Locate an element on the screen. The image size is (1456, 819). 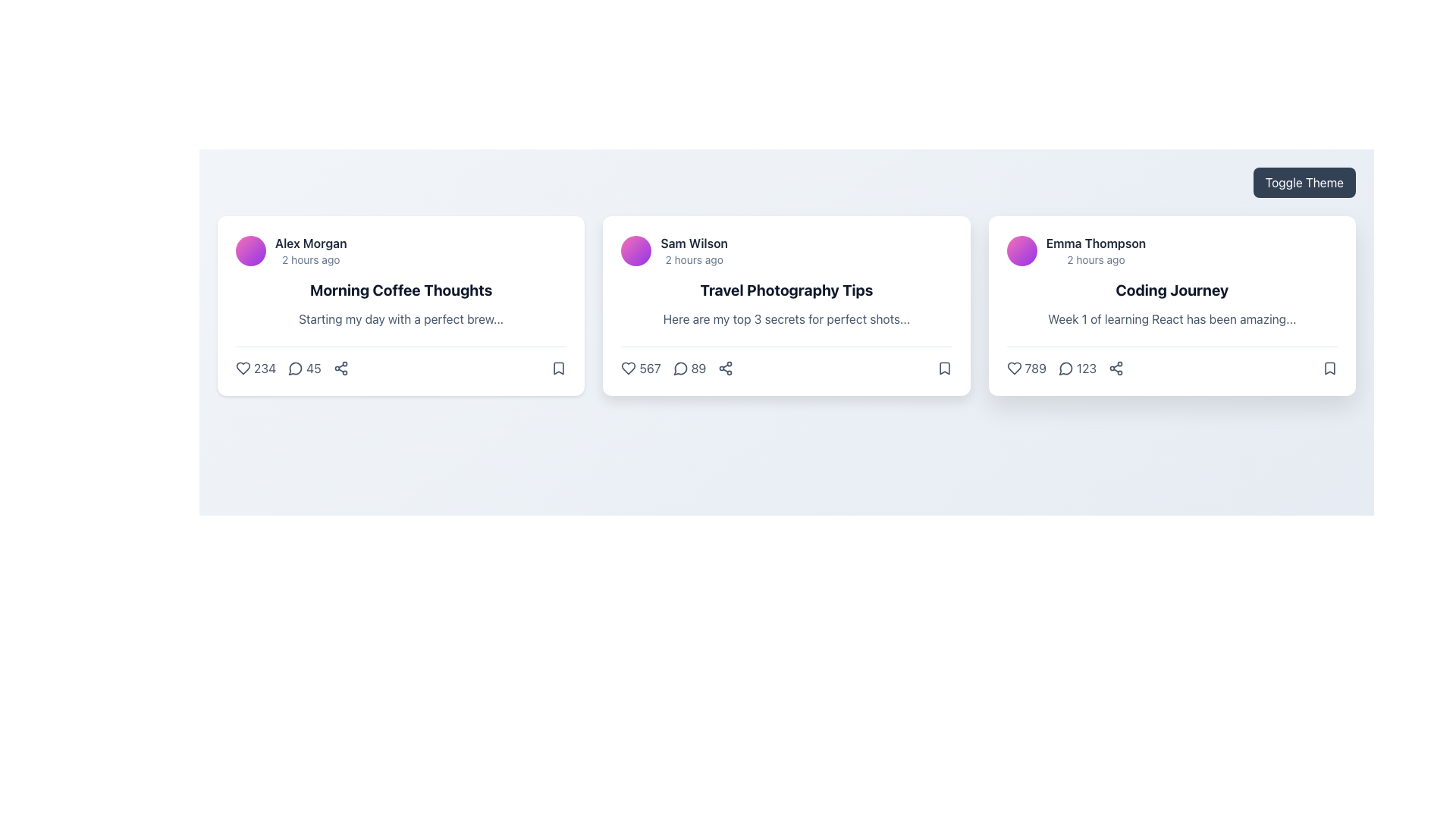
the text label displaying the number '789', which is styled in slate gray and changes to pink on hover, located next to a heart icon under the third card in a three-card row layout is located at coordinates (1026, 369).